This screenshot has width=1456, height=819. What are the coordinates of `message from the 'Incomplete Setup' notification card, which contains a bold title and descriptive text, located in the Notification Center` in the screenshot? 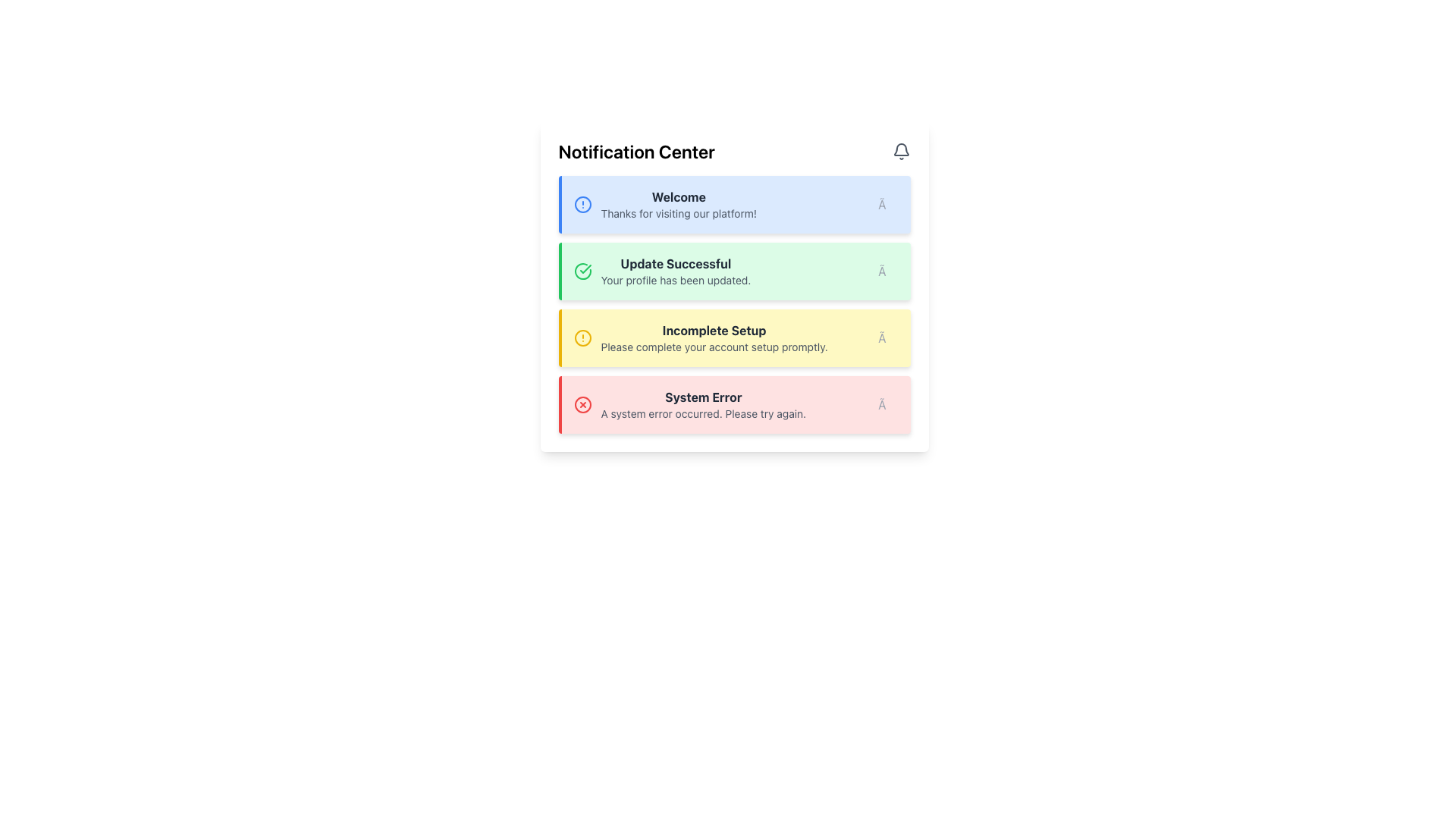 It's located at (734, 337).